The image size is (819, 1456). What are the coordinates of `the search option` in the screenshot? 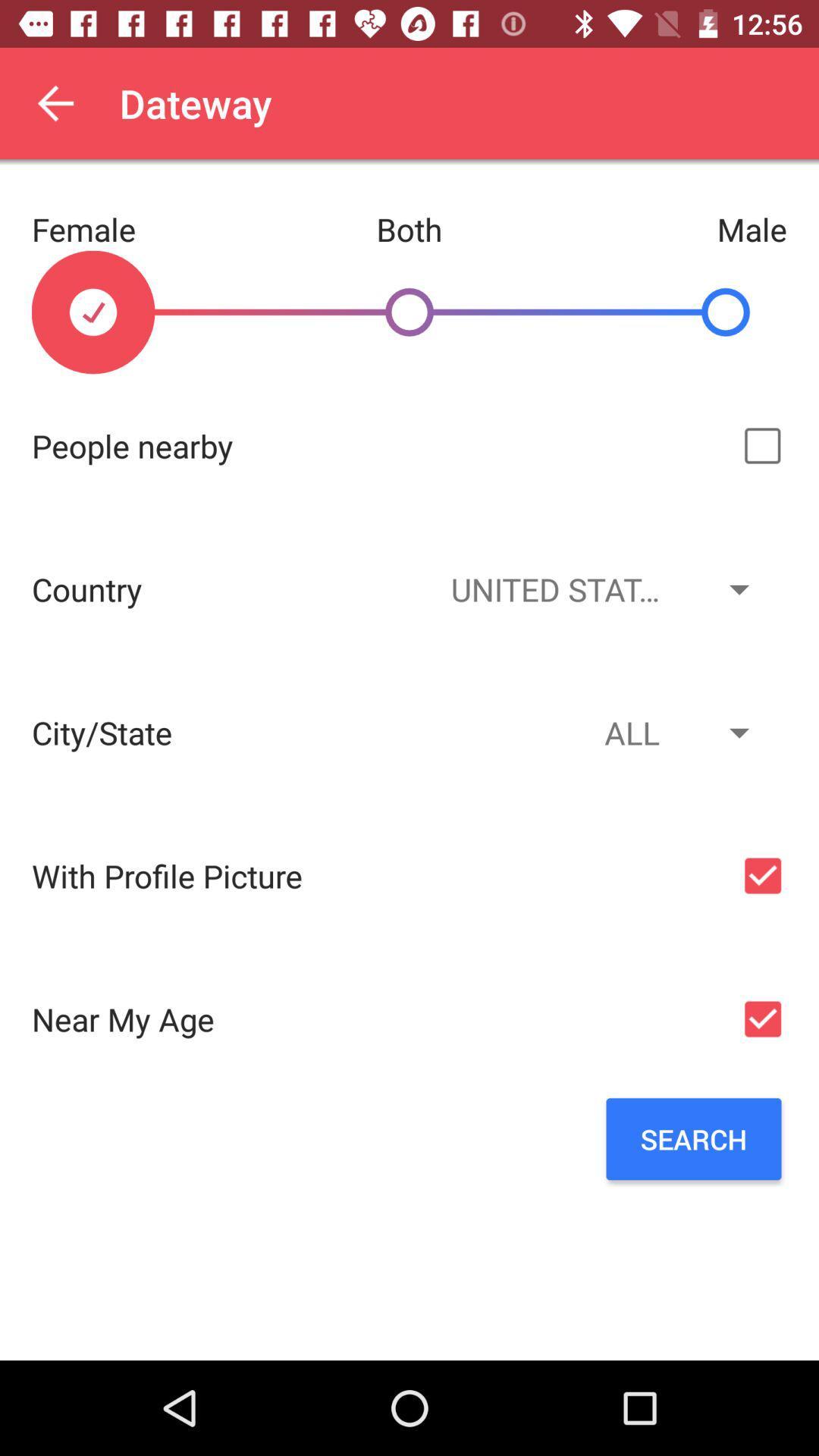 It's located at (693, 1139).